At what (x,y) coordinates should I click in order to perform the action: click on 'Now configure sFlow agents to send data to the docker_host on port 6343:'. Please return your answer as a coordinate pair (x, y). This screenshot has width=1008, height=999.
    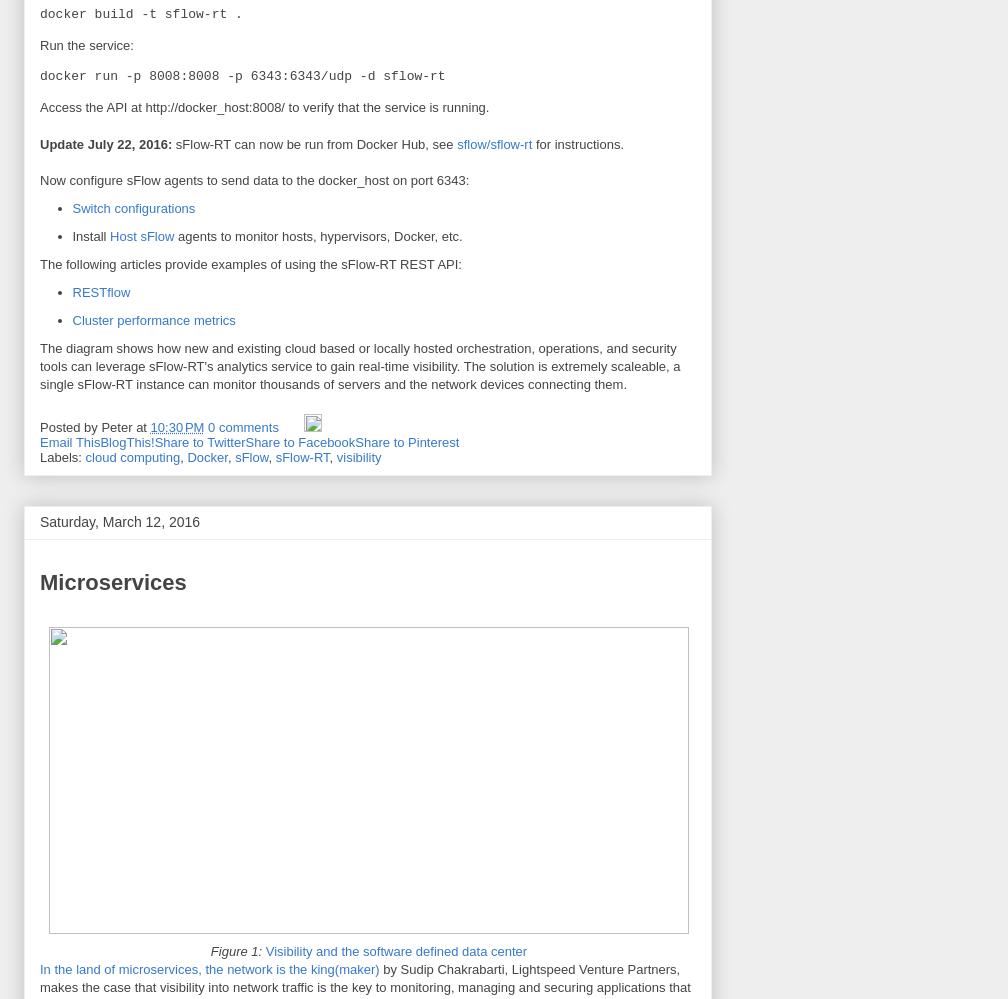
    Looking at the image, I should click on (40, 178).